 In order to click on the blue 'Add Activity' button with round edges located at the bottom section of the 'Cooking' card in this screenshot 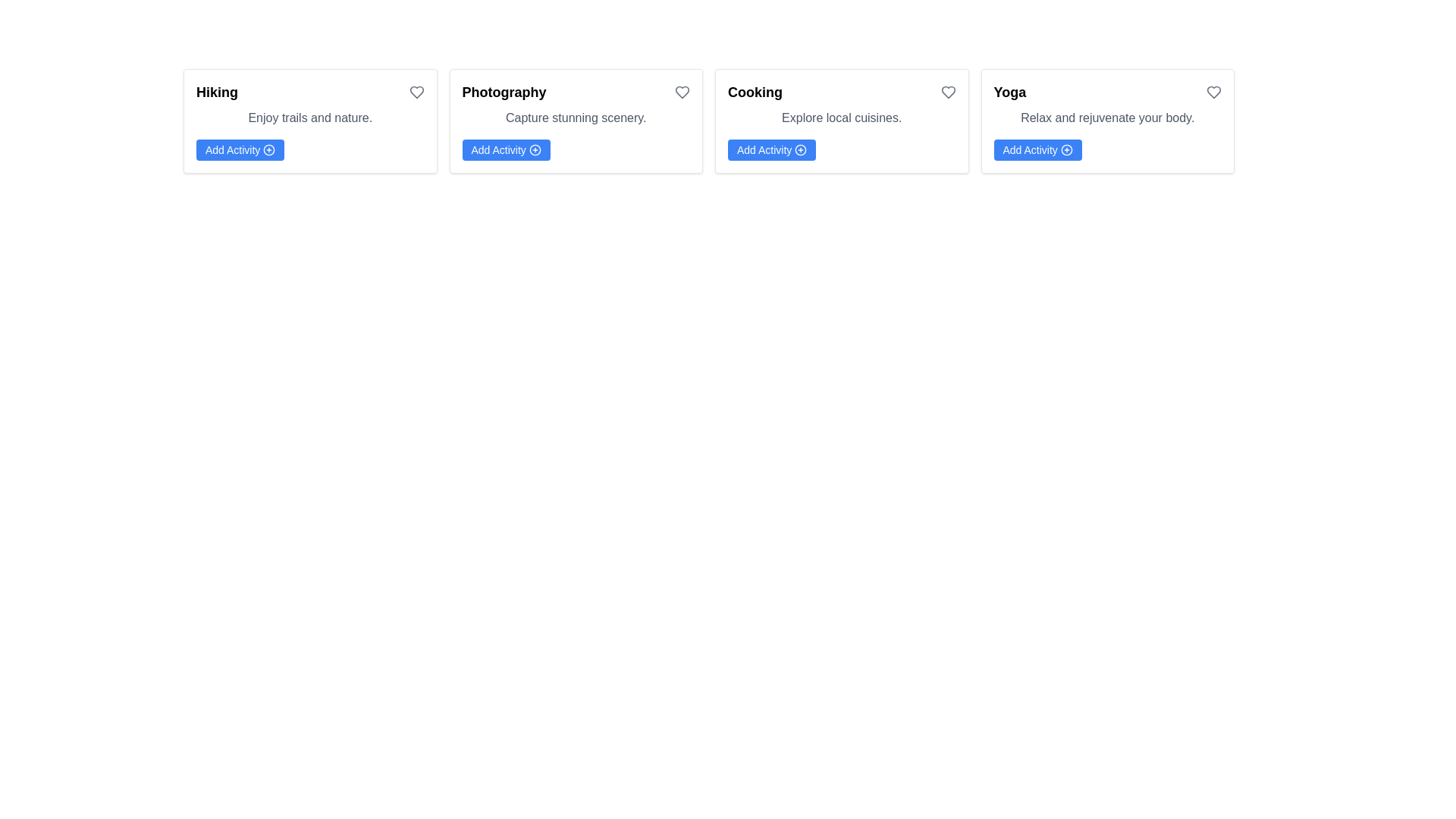, I will do `click(772, 149)`.